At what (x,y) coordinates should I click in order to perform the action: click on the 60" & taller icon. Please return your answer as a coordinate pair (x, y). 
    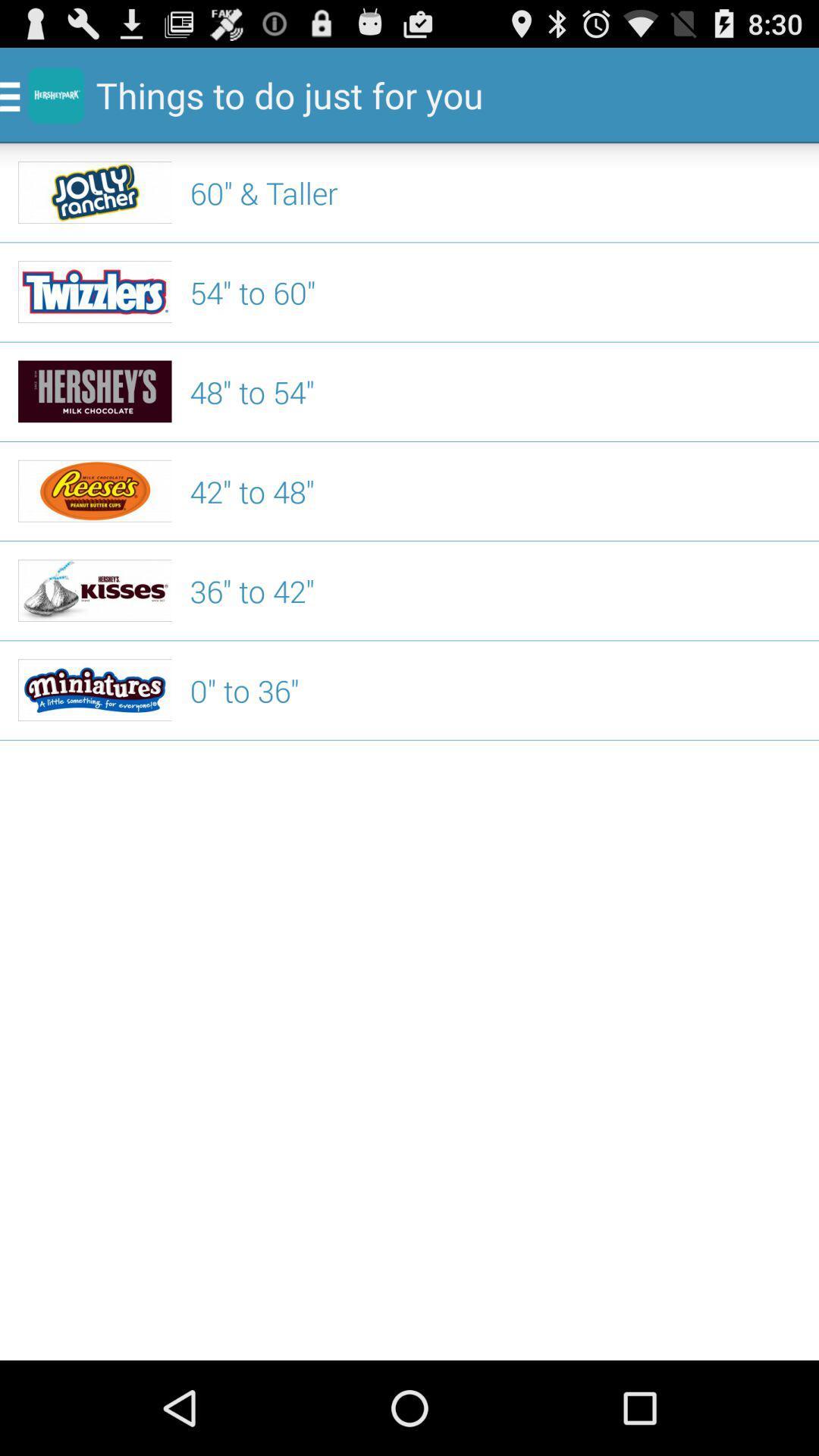
    Looking at the image, I should click on (495, 192).